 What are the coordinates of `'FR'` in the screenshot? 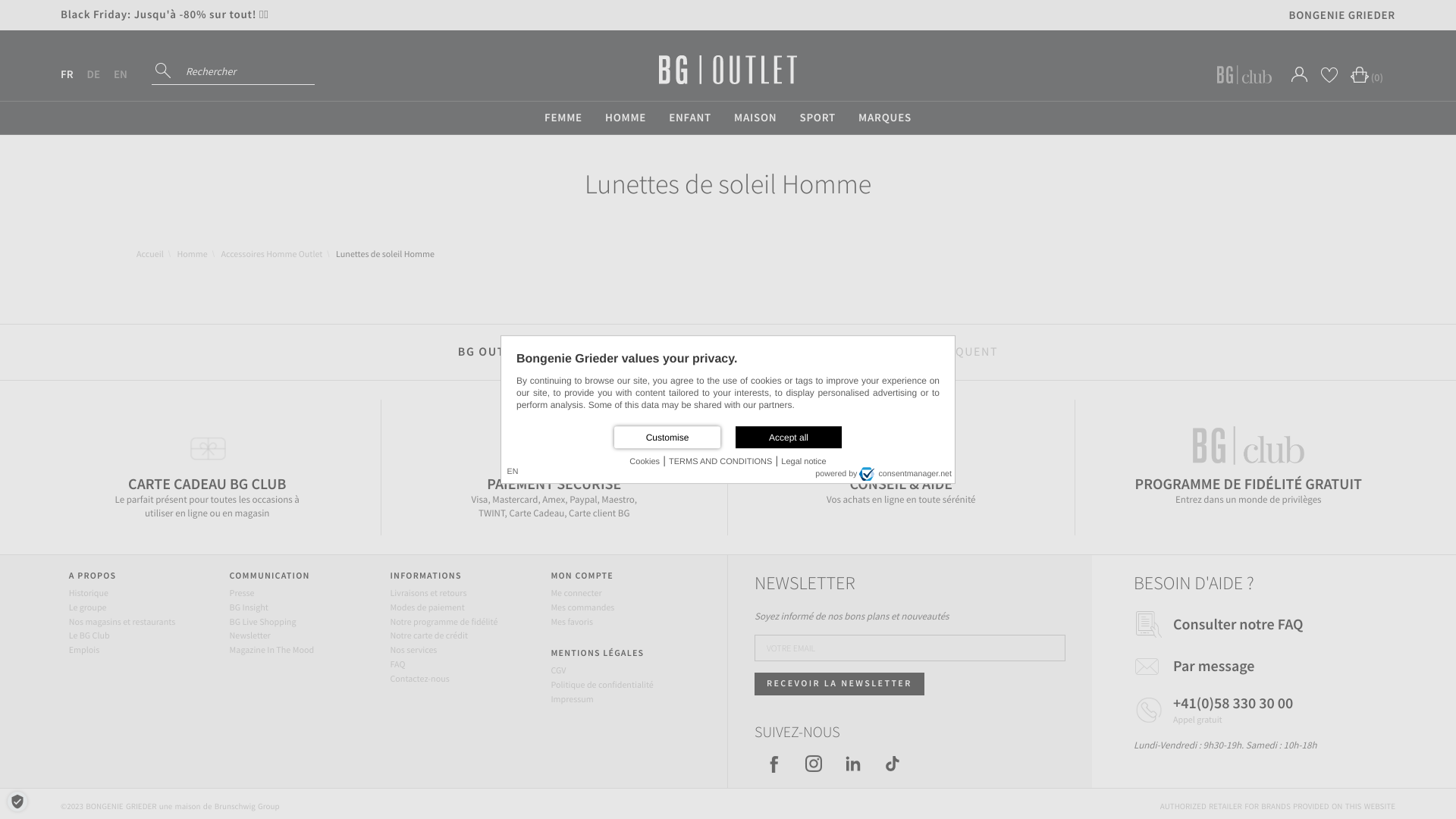 It's located at (66, 74).